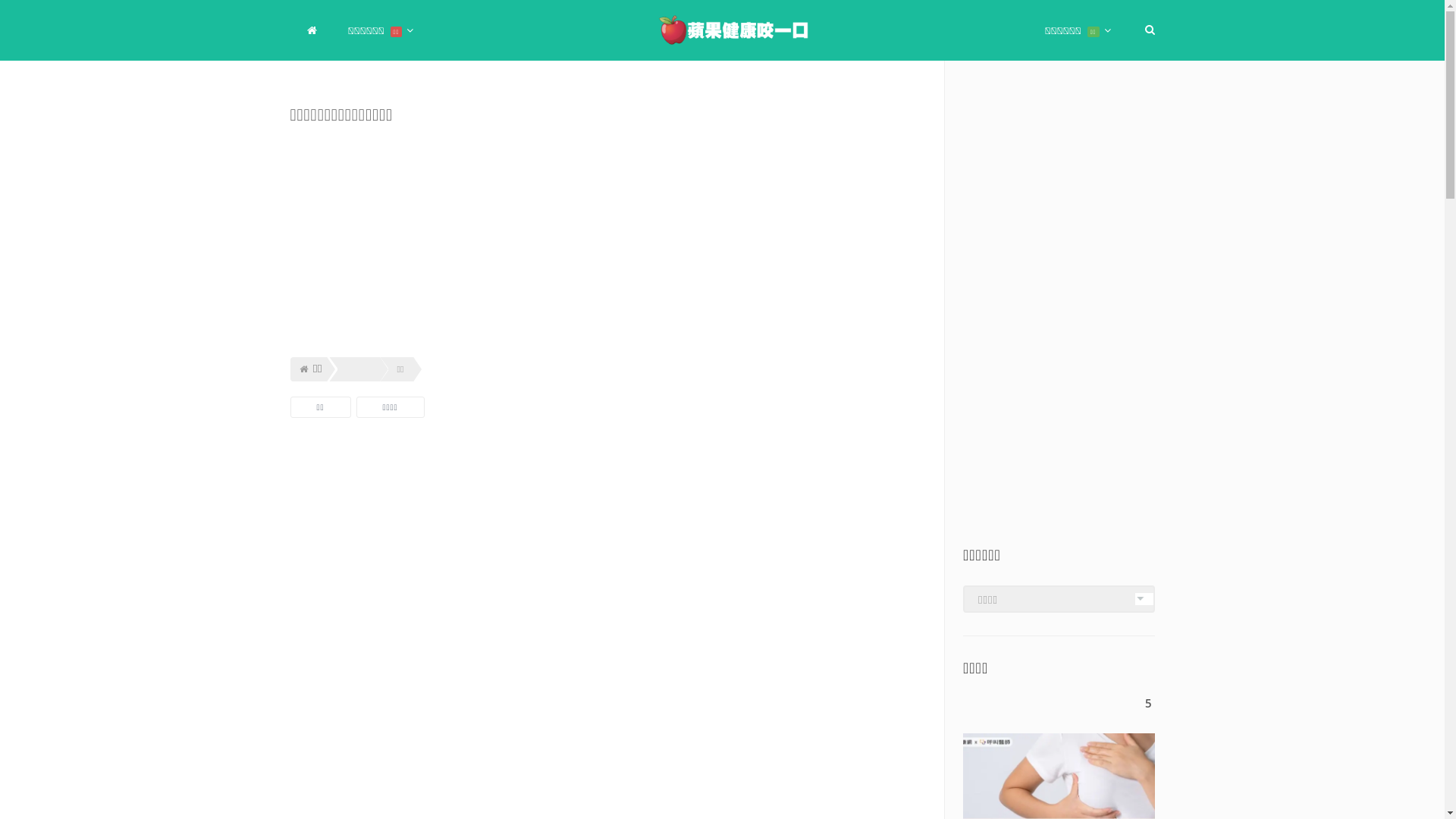 This screenshot has height=819, width=1456. What do you see at coordinates (607, 239) in the screenshot?
I see `'Advertisement'` at bounding box center [607, 239].